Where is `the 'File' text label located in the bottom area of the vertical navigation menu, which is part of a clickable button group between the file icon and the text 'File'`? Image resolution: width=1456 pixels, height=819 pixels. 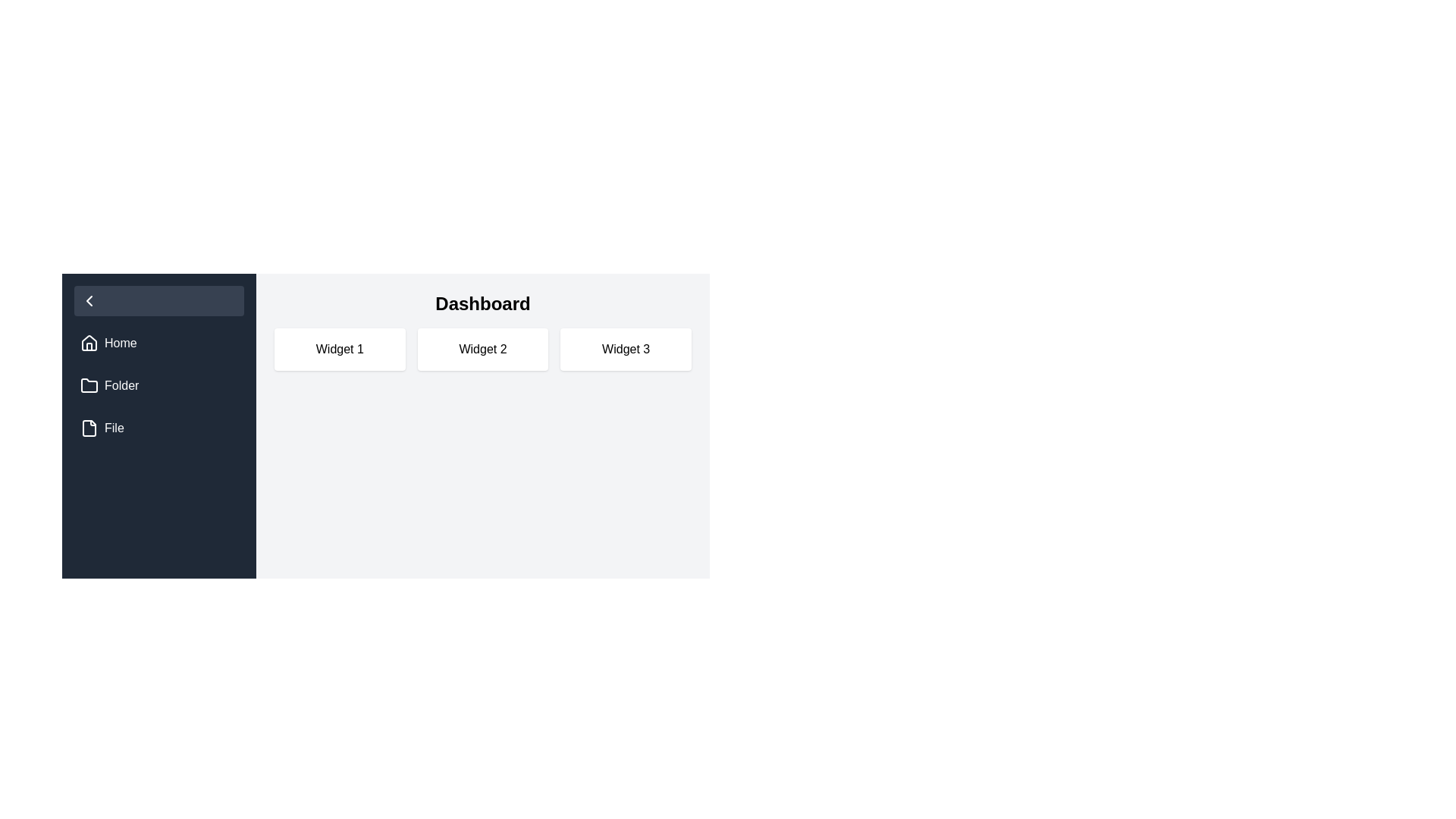
the 'File' text label located in the bottom area of the vertical navigation menu, which is part of a clickable button group between the file icon and the text 'File' is located at coordinates (113, 428).